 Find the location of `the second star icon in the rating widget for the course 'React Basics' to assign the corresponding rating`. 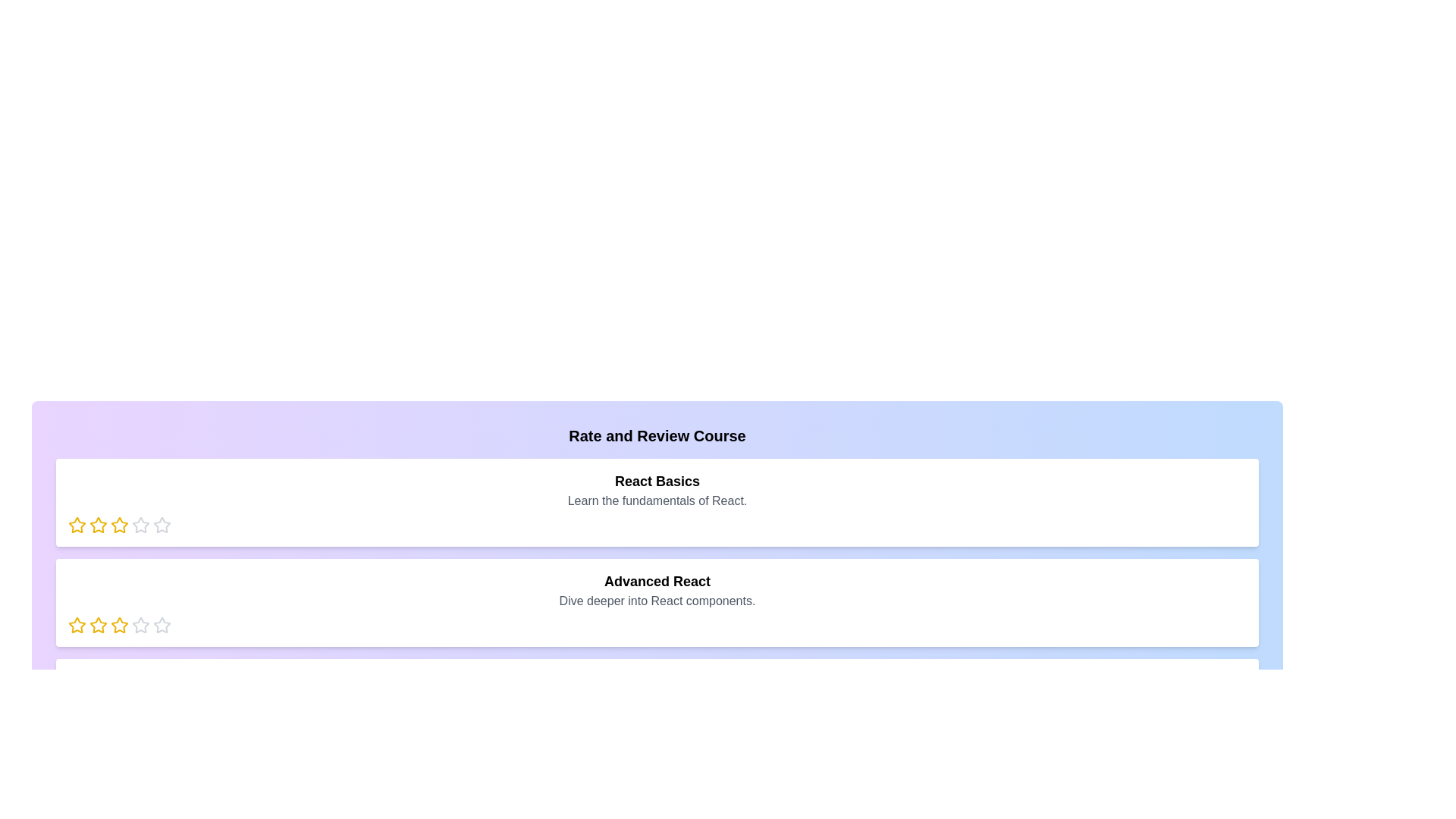

the second star icon in the rating widget for the course 'React Basics' to assign the corresponding rating is located at coordinates (119, 524).